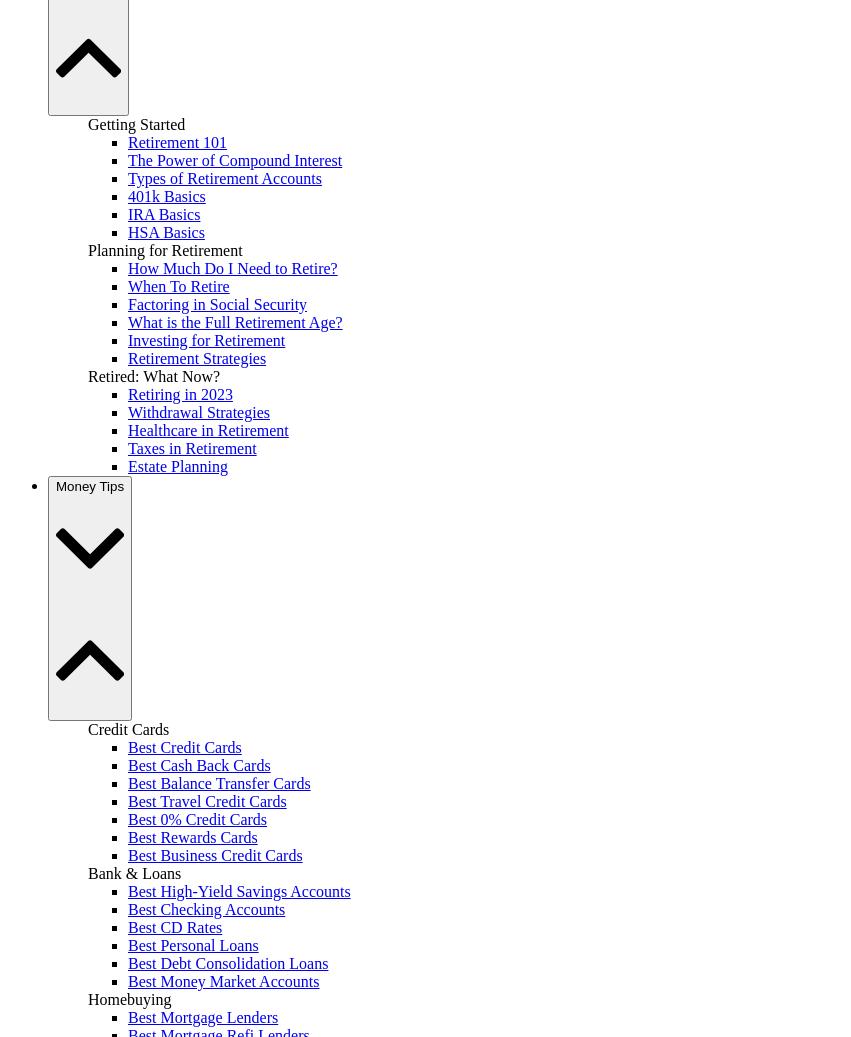 This screenshot has width=851, height=1037. Describe the element at coordinates (165, 230) in the screenshot. I see `'HSA Basics'` at that location.